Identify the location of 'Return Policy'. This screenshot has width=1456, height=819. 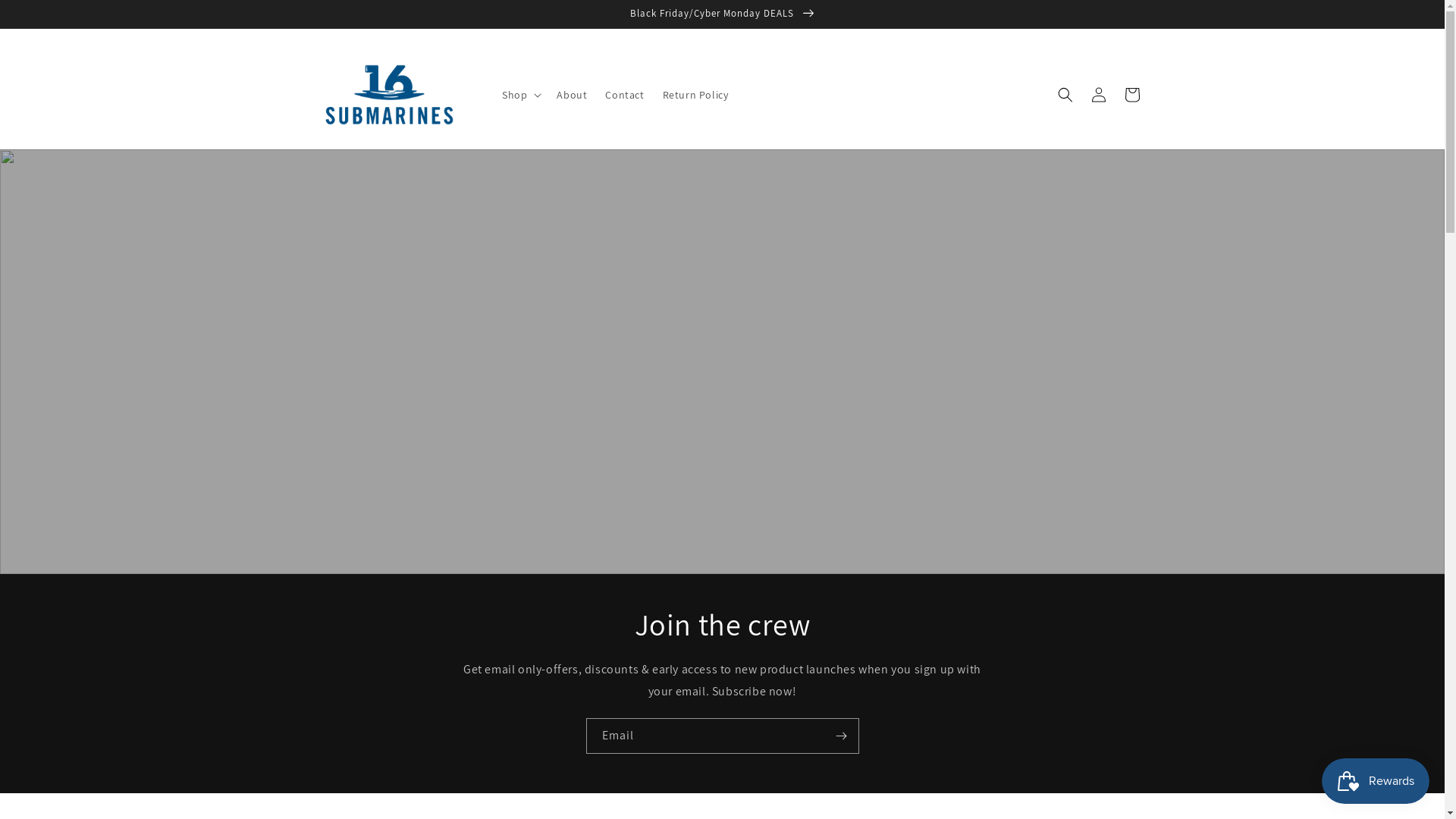
(695, 94).